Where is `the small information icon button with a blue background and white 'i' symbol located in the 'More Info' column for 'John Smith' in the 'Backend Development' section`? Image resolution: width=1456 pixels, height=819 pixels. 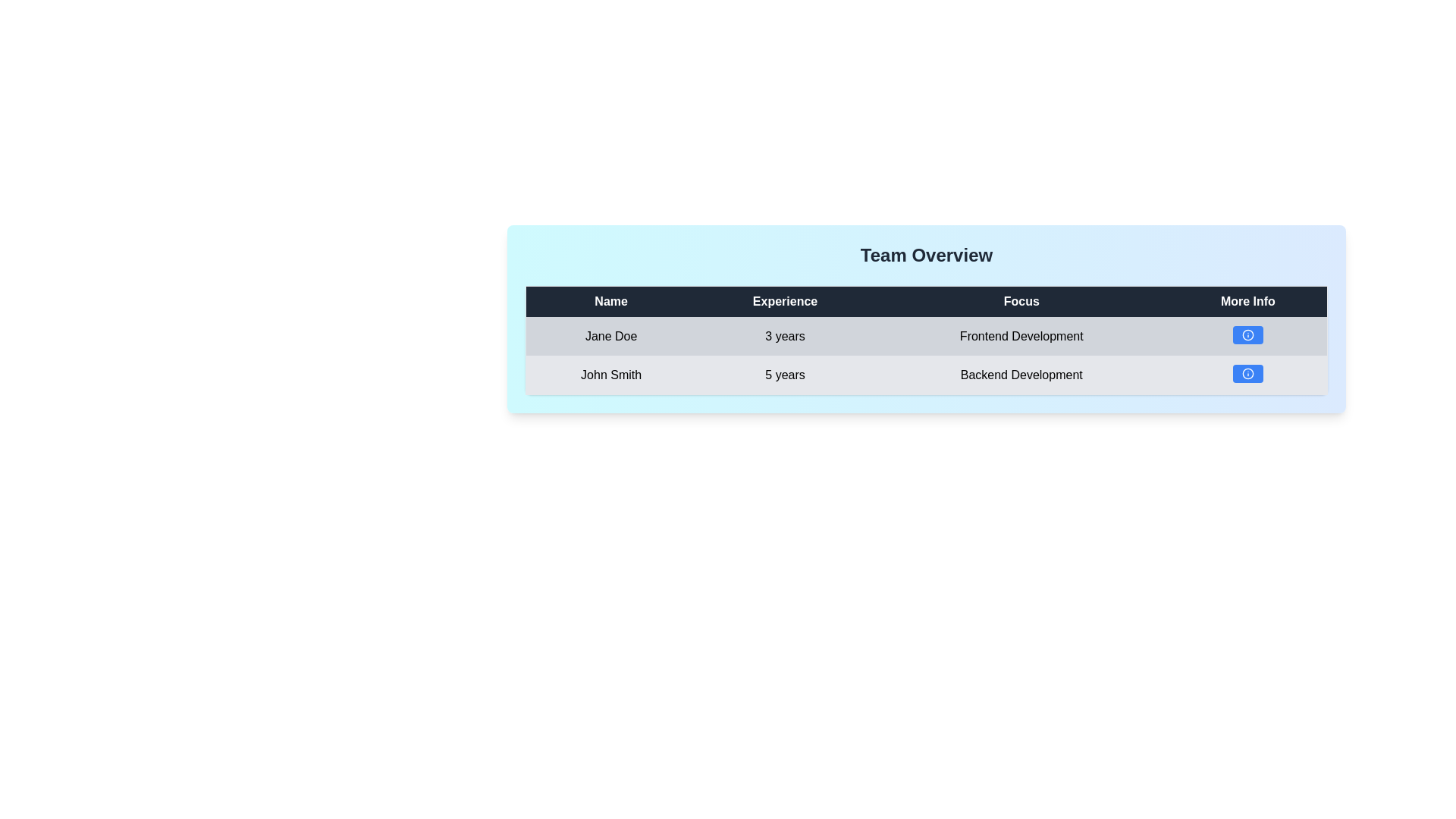 the small information icon button with a blue background and white 'i' symbol located in the 'More Info' column for 'John Smith' in the 'Backend Development' section is located at coordinates (1247, 374).